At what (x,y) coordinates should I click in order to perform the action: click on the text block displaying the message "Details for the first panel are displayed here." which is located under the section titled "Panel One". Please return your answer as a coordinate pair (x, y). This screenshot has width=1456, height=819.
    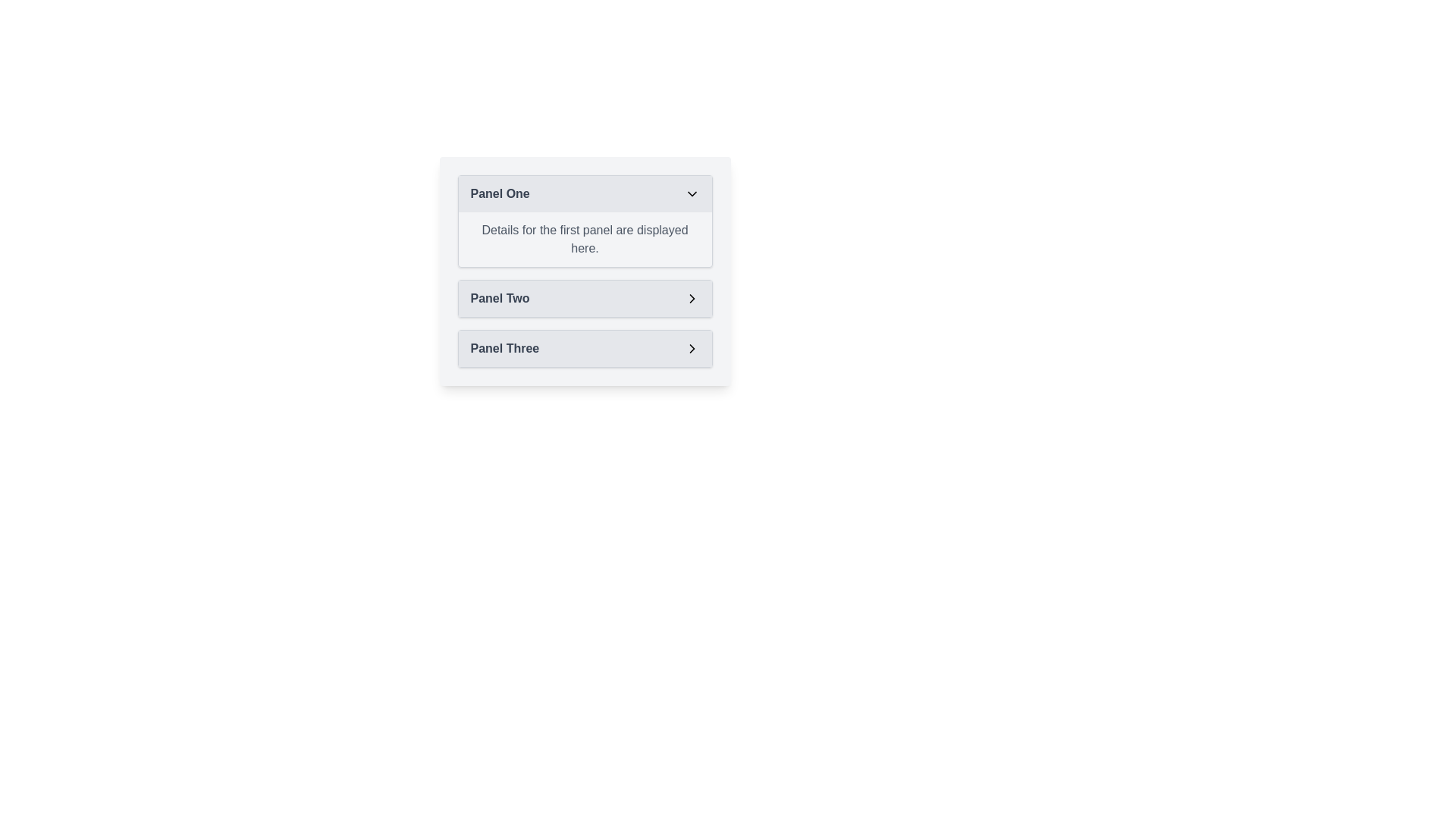
    Looking at the image, I should click on (584, 239).